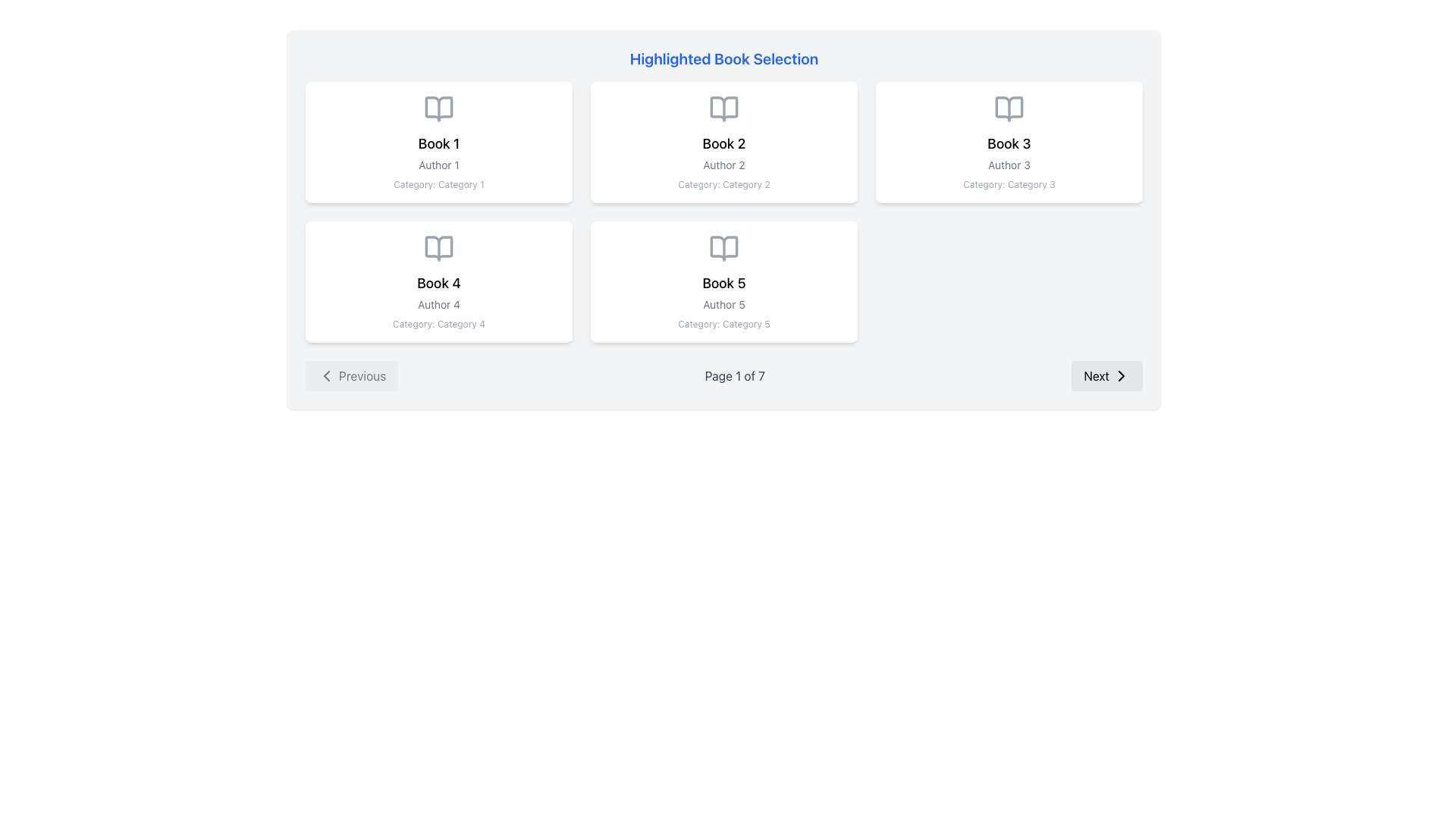 This screenshot has width=1456, height=819. I want to click on the second card in the grid that represents a book listing, located in the top row and second column, between 'Book 1' and 'Book 3', so click(723, 143).